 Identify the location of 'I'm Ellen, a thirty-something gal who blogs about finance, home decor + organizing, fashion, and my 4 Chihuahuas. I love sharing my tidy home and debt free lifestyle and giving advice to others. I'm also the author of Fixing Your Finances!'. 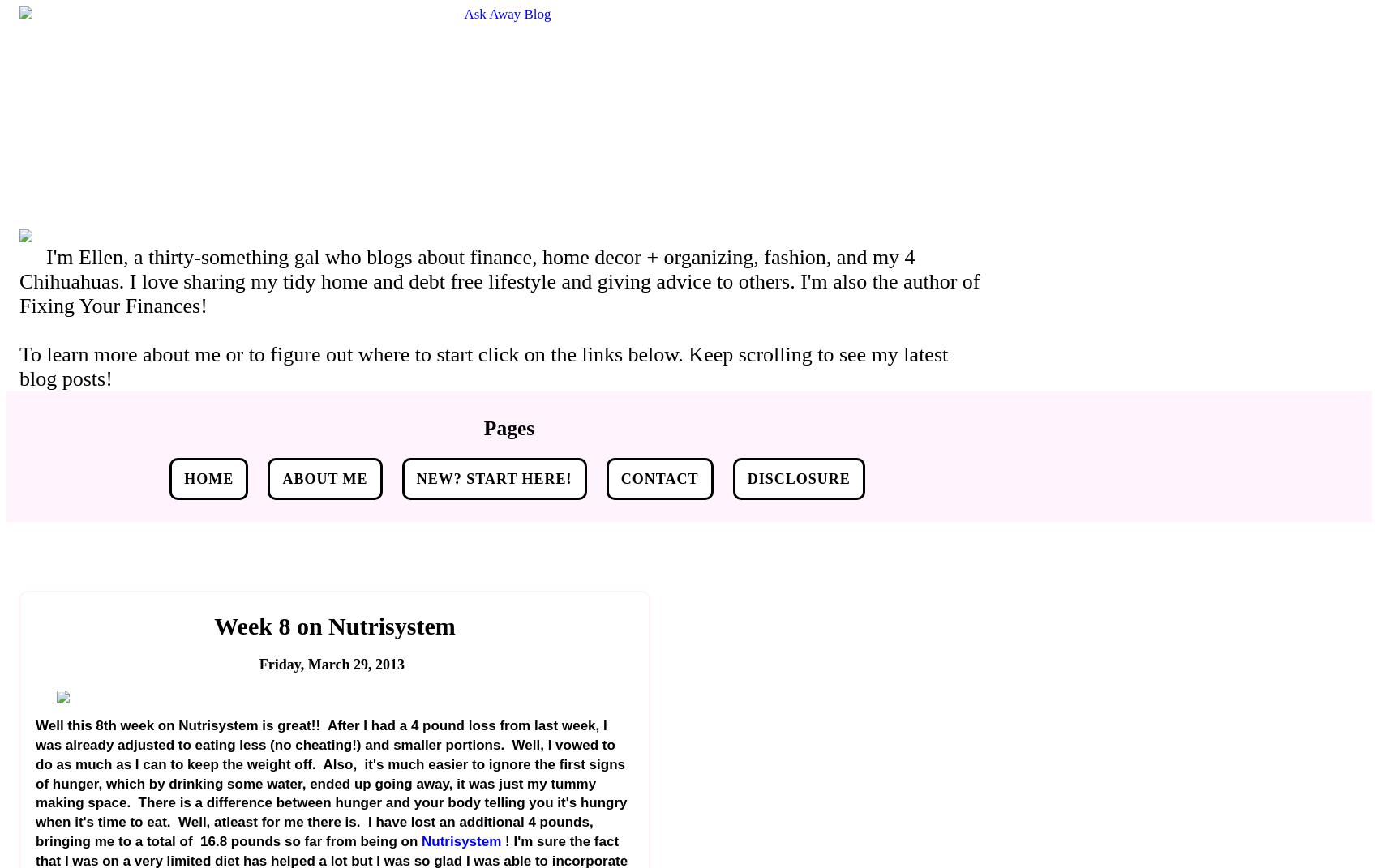
(500, 280).